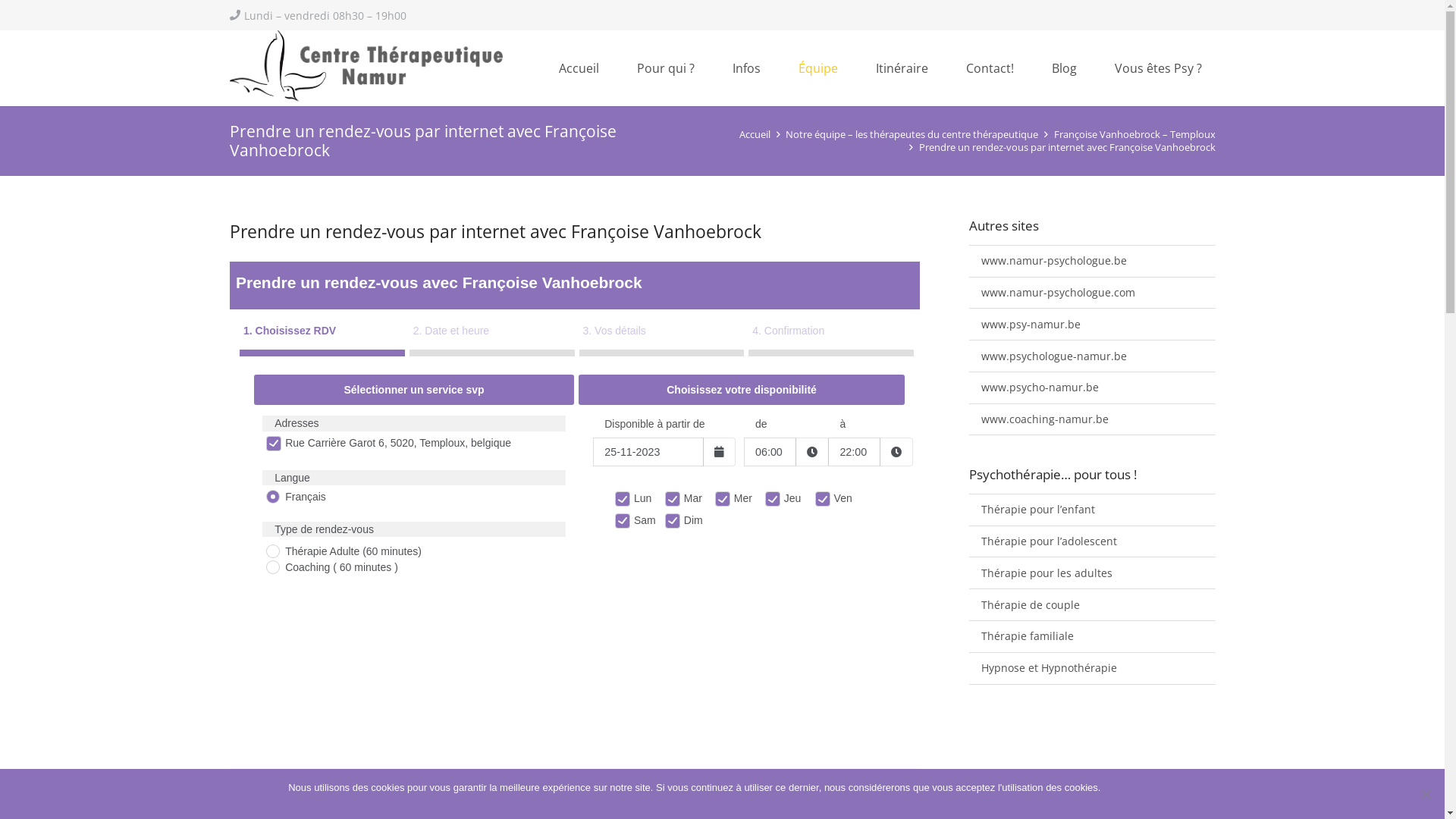  Describe the element at coordinates (1092, 323) in the screenshot. I see `'www.psy-namur.be'` at that location.